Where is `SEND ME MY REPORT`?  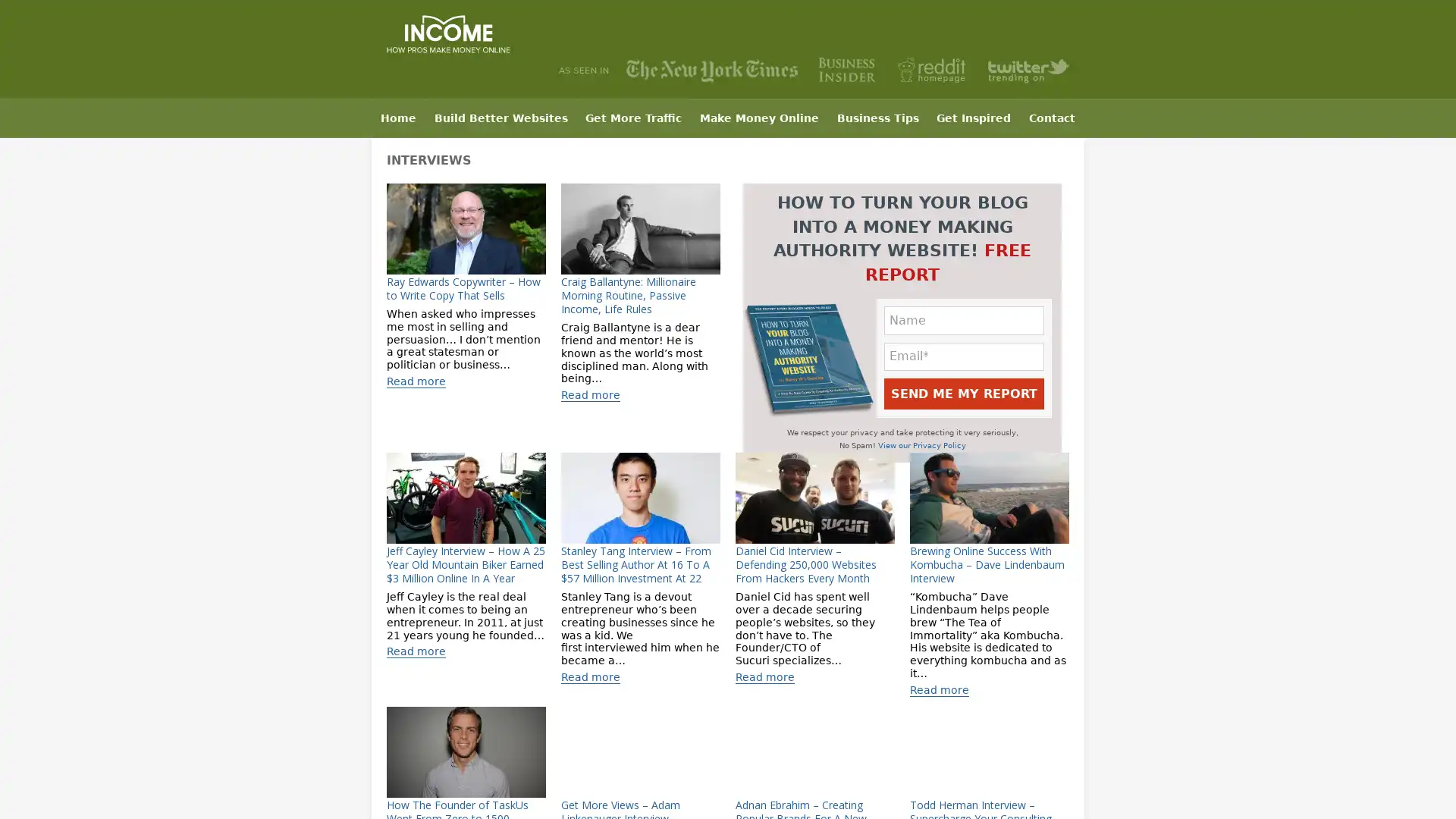
SEND ME MY REPORT is located at coordinates (963, 393).